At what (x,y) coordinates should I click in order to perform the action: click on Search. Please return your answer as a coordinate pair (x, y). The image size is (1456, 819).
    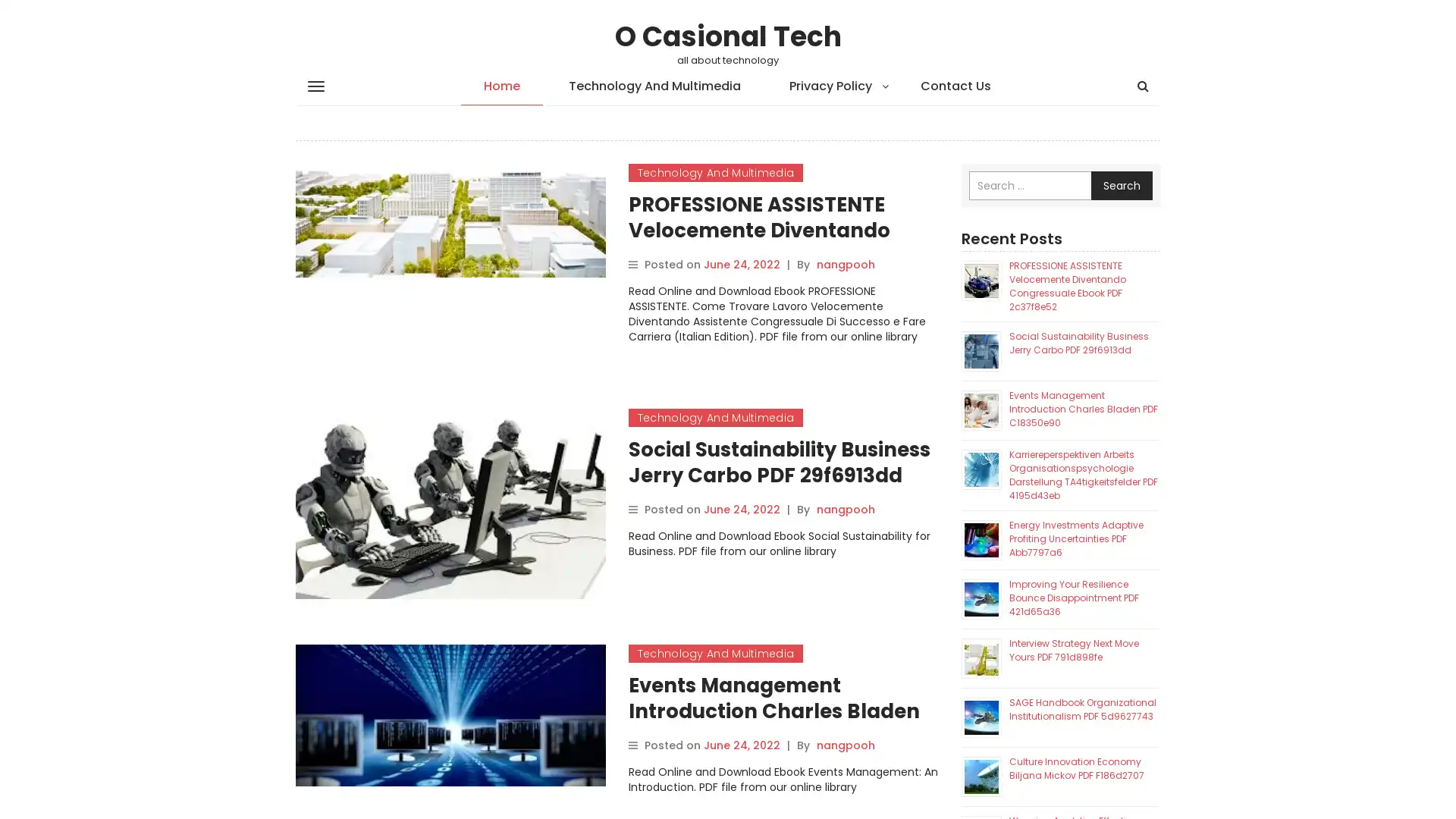
    Looking at the image, I should click on (1122, 185).